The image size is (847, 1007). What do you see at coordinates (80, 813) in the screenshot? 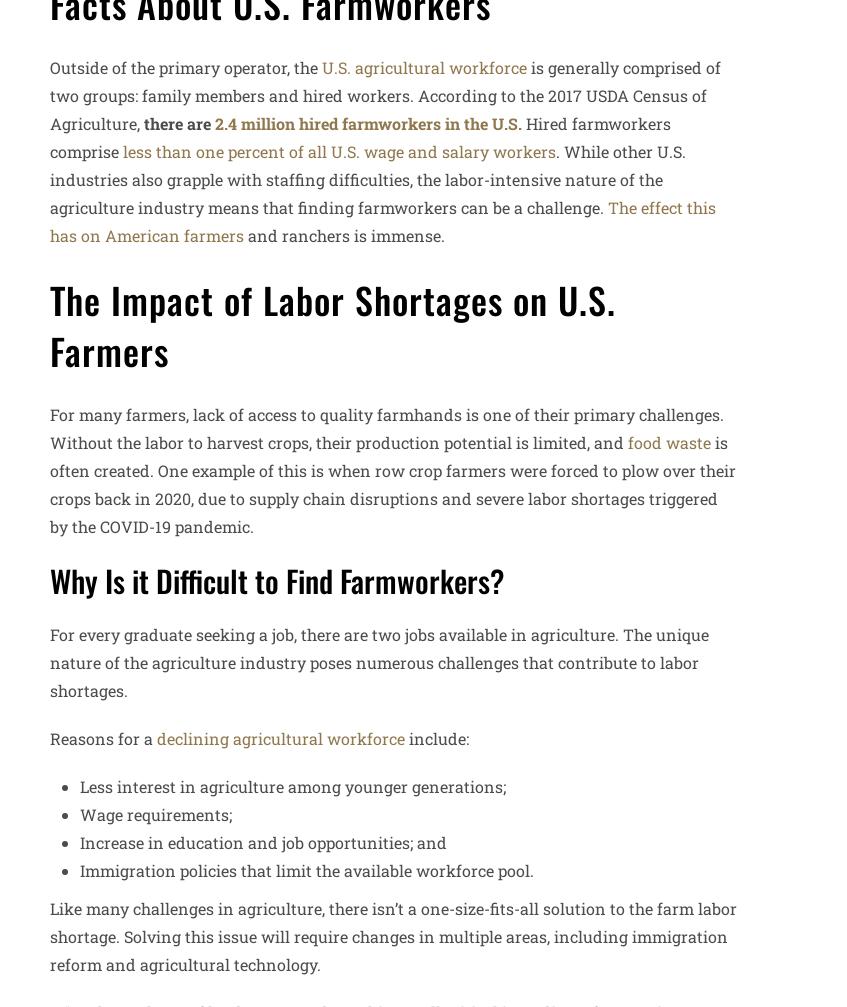
I see `'Wage requirements;'` at bounding box center [80, 813].